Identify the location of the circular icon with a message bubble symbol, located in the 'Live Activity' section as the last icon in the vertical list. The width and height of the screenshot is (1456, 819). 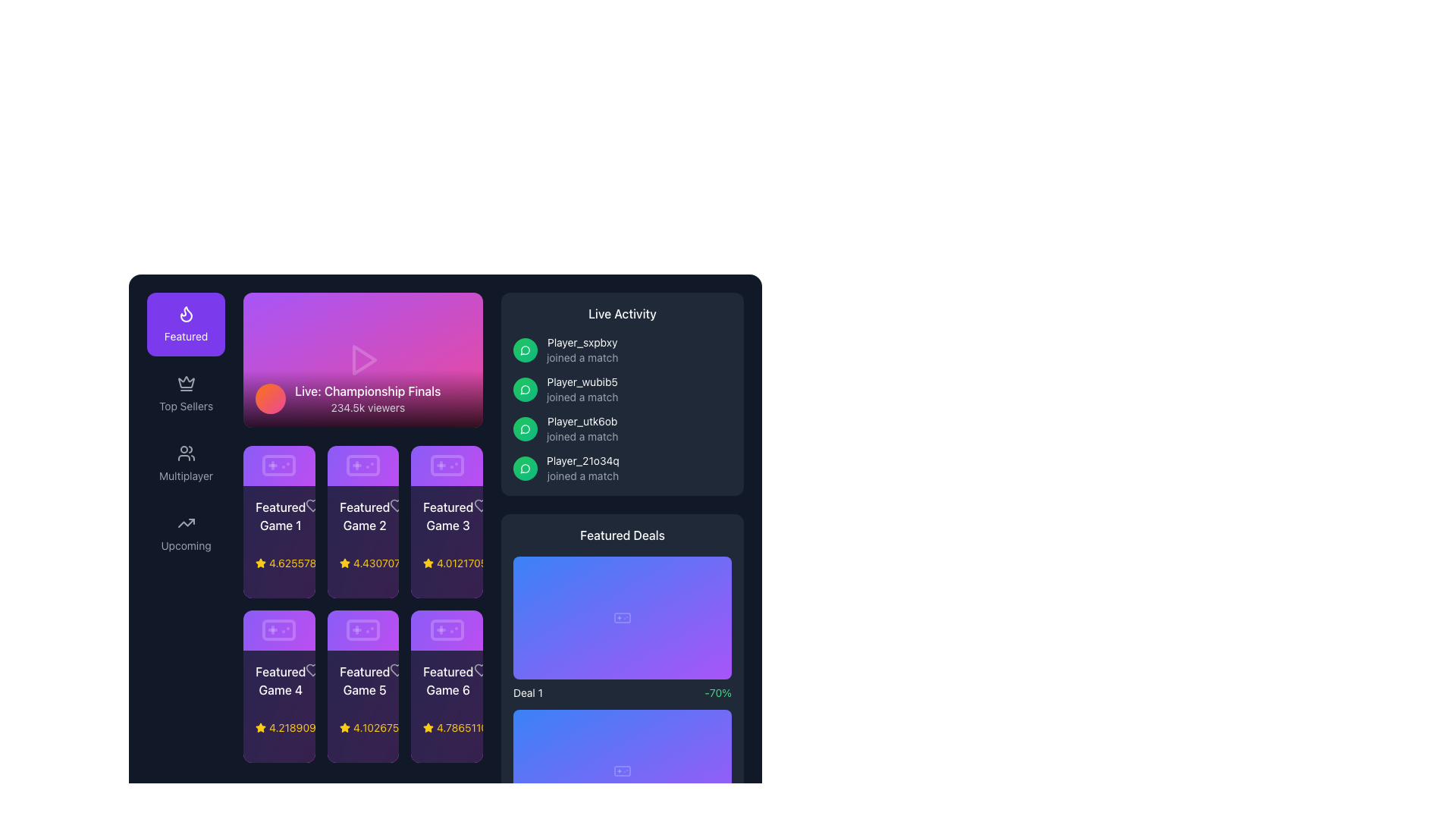
(525, 467).